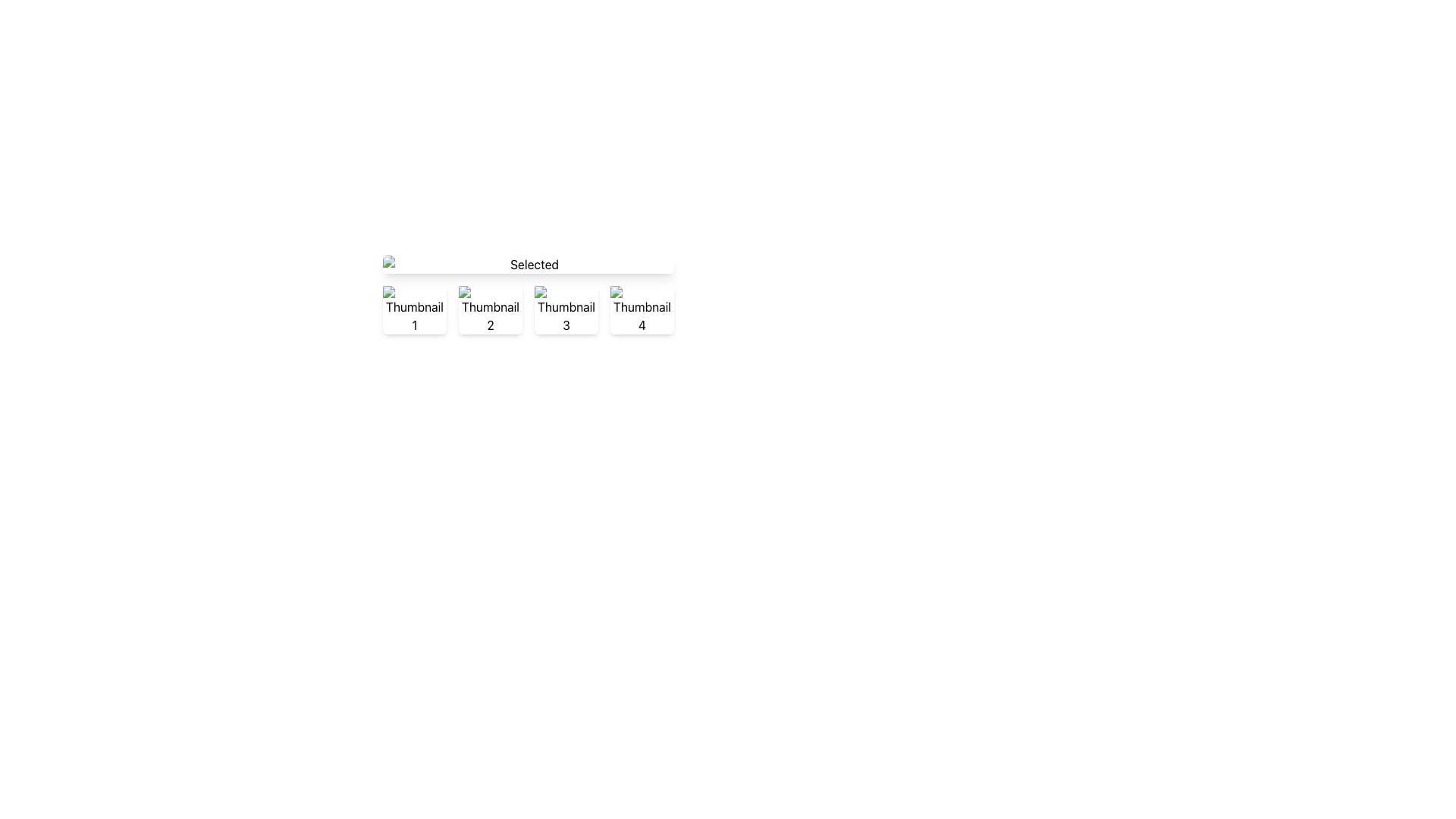 The width and height of the screenshot is (1456, 819). Describe the element at coordinates (491, 309) in the screenshot. I see `the second interactive thumbnail` at that location.